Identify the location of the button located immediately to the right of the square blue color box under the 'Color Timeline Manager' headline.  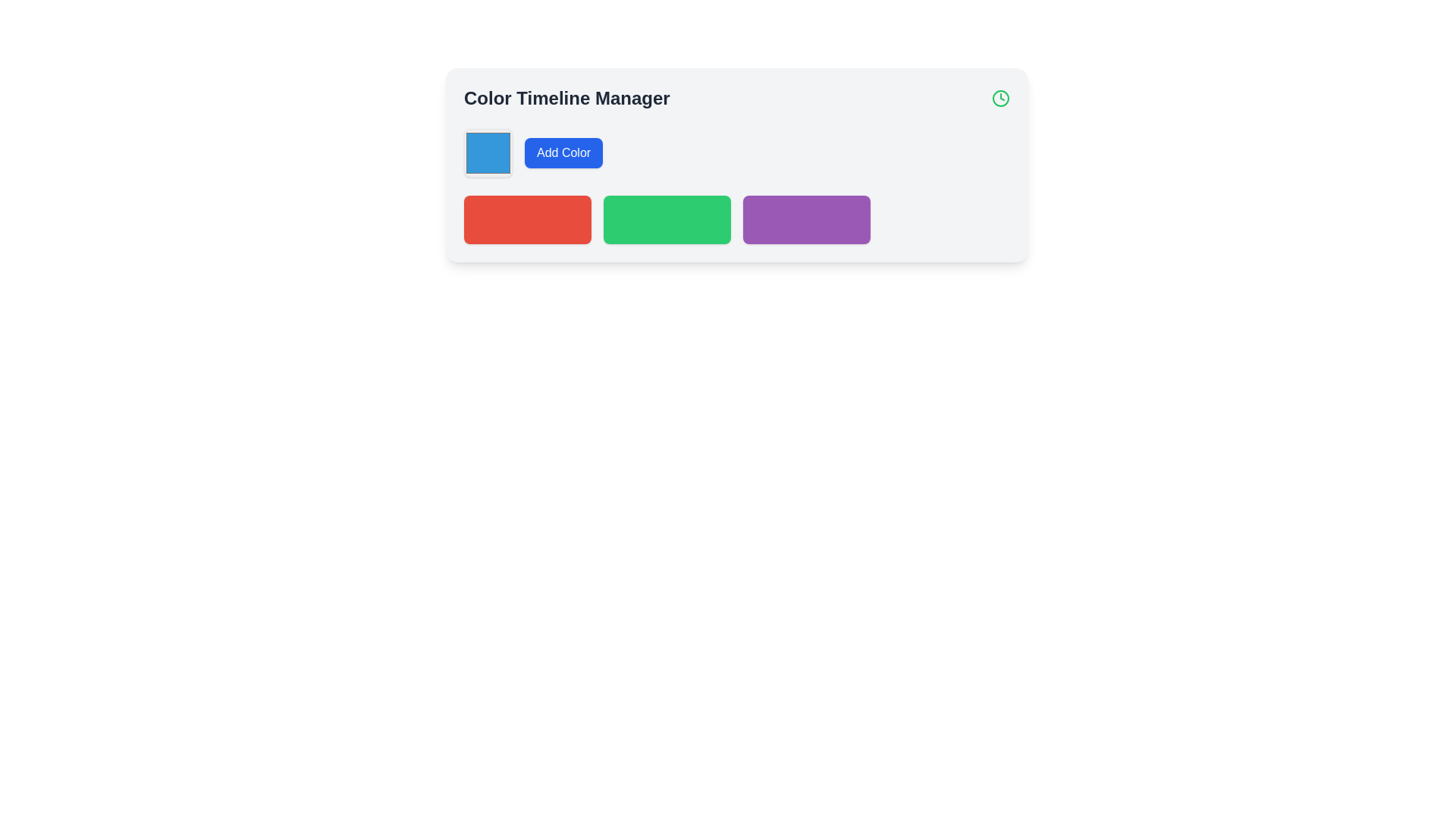
(563, 152).